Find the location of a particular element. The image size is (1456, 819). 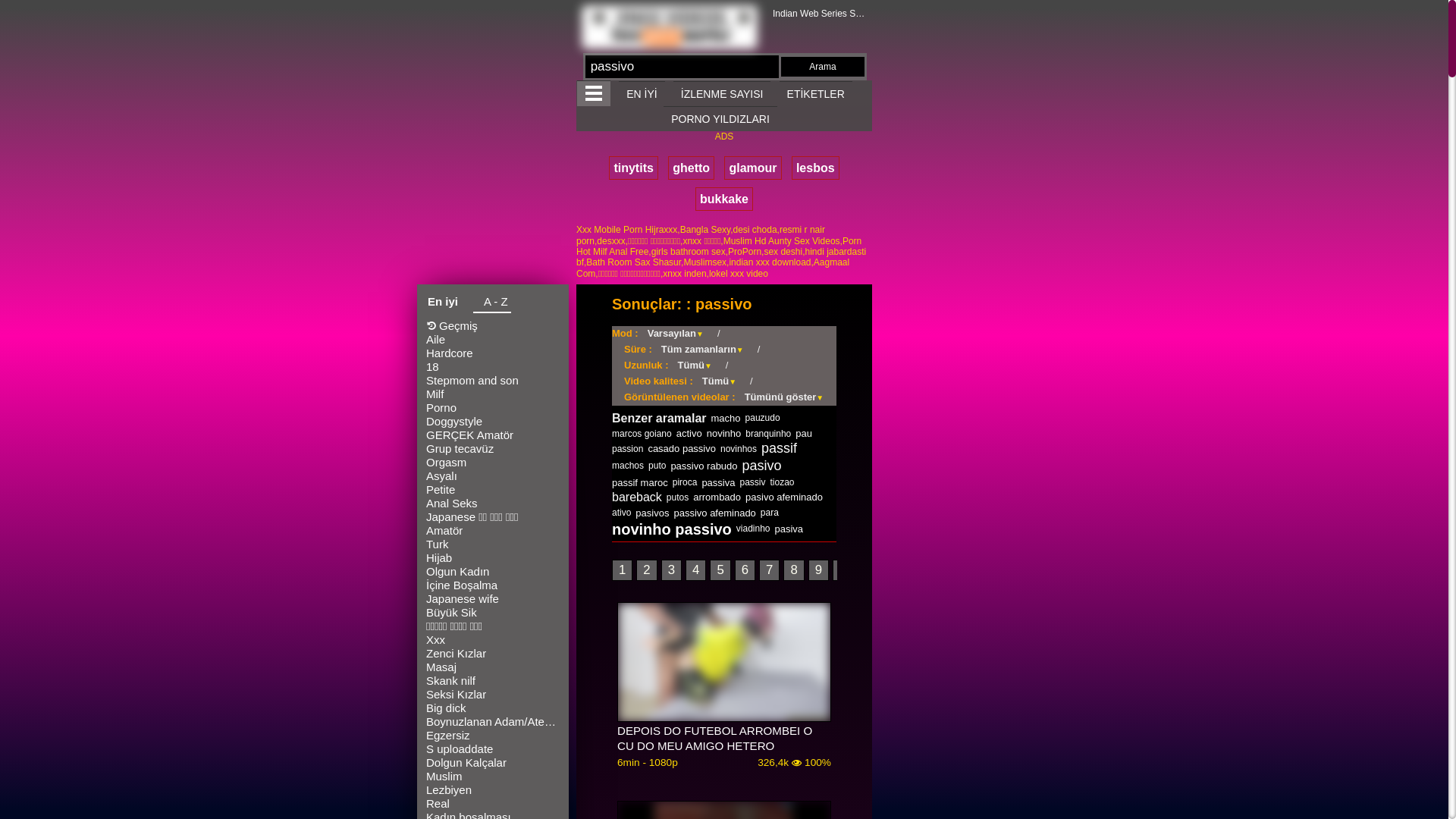

'Anal Seks' is located at coordinates (492, 503).